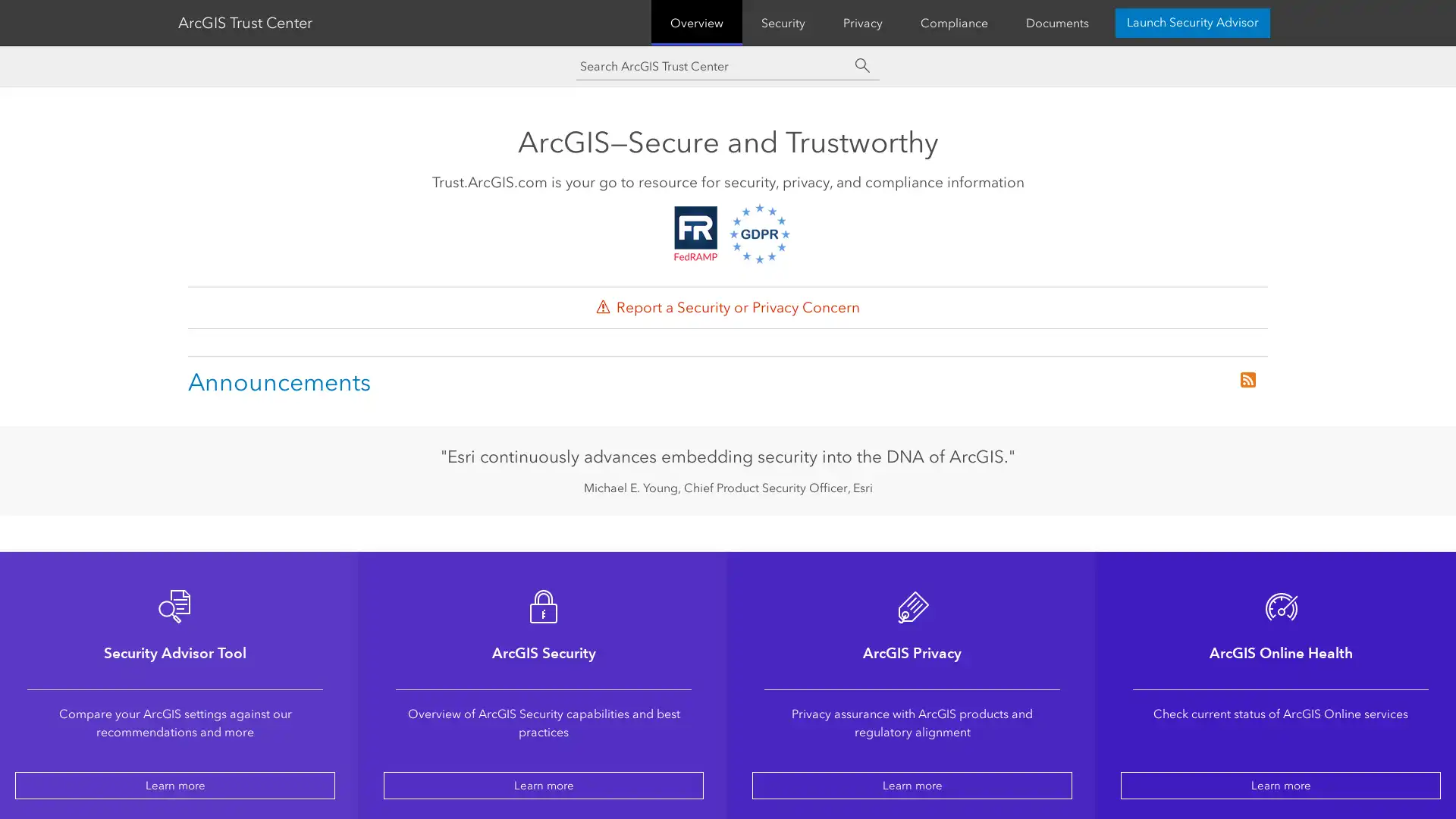  Describe the element at coordinates (654, 20) in the screenshot. I see `About` at that location.